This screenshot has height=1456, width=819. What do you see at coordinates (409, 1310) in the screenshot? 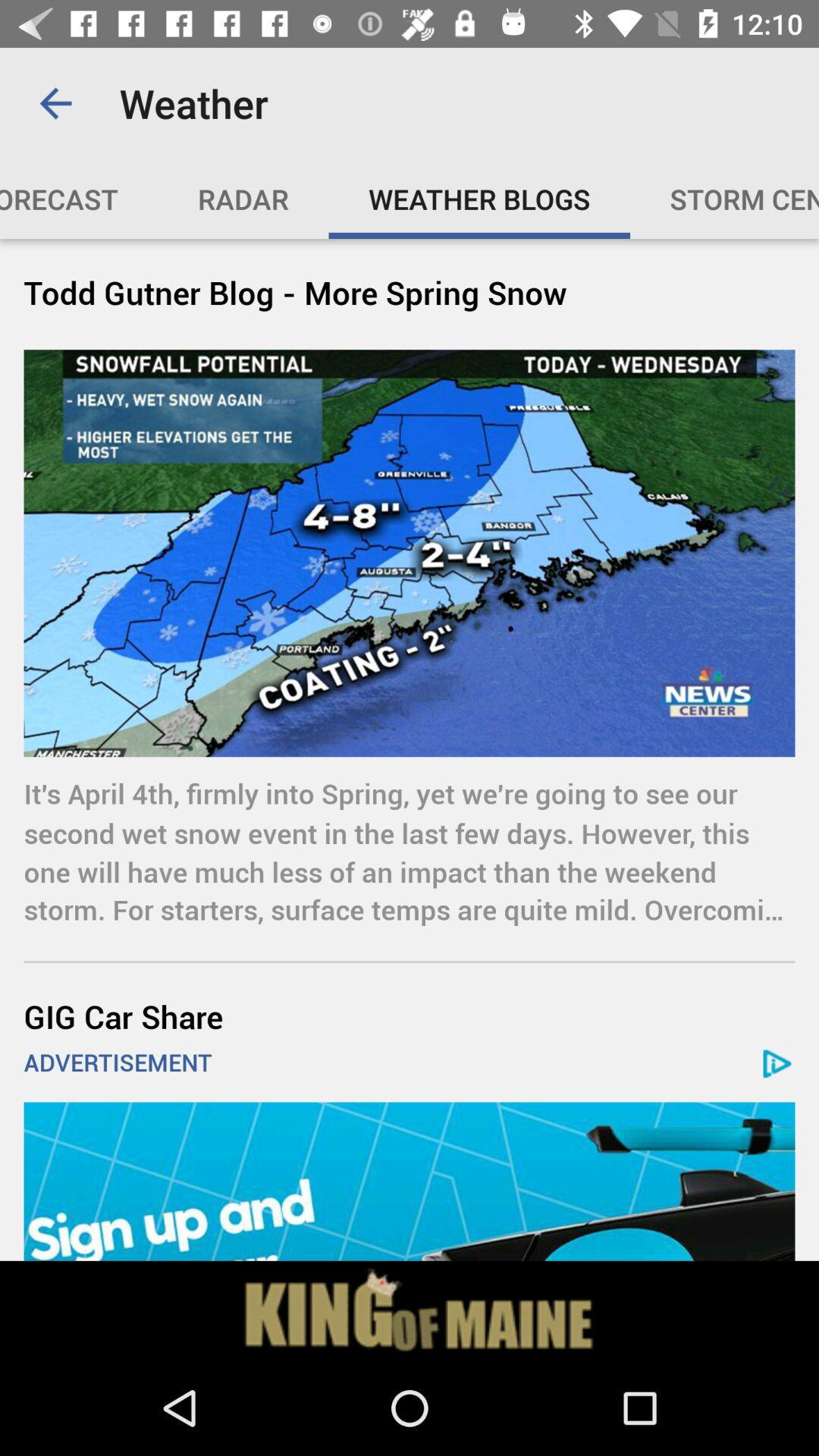
I see `kingofmaine` at bounding box center [409, 1310].